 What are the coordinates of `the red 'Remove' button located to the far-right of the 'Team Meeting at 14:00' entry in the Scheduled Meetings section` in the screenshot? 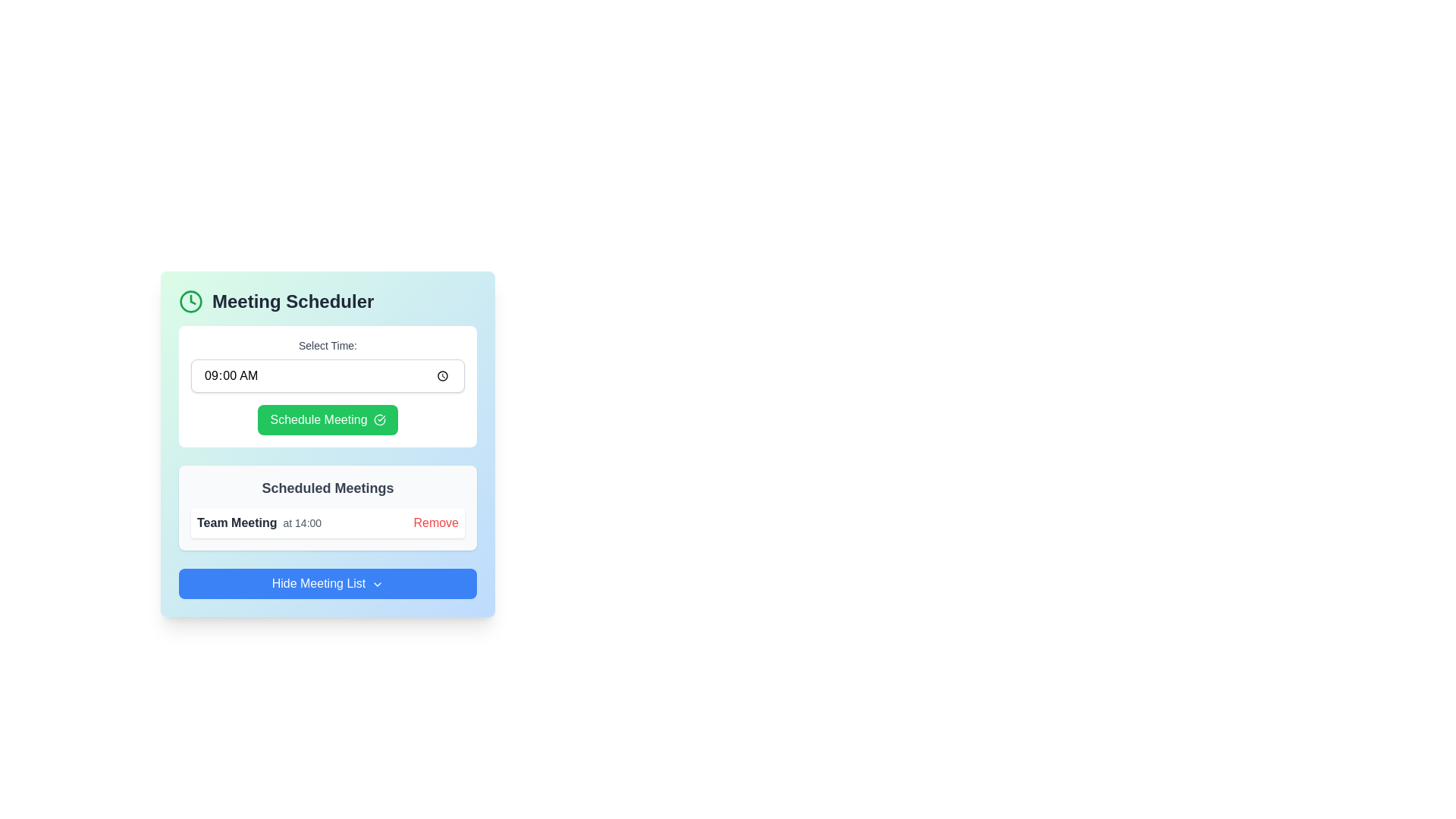 It's located at (435, 522).